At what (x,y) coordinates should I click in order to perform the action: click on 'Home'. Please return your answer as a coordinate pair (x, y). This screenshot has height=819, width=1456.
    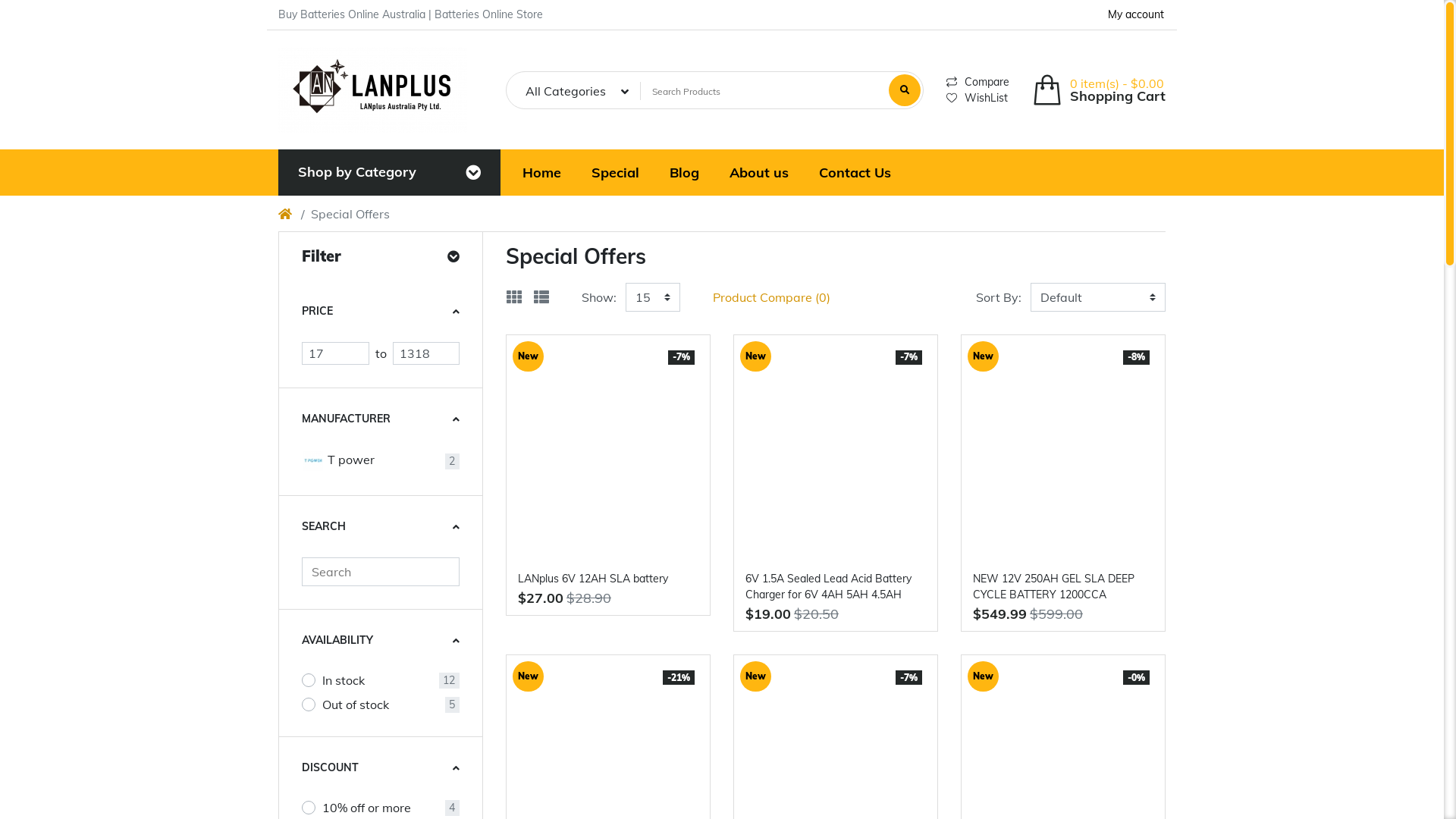
    Looking at the image, I should click on (542, 171).